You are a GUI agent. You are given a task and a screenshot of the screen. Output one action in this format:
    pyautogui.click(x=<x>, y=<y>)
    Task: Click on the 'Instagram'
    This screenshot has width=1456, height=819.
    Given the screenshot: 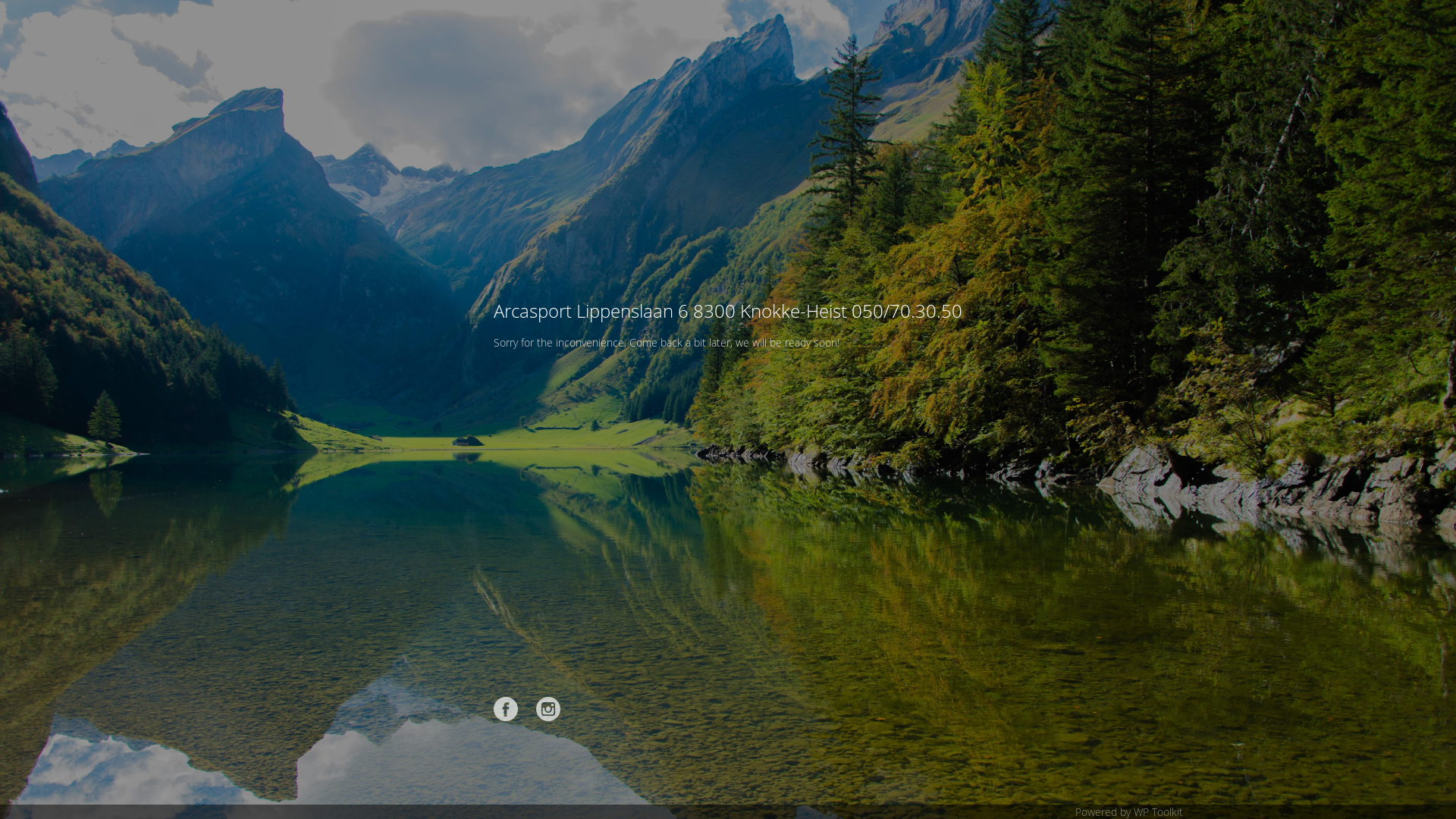 What is the action you would take?
    pyautogui.click(x=535, y=708)
    